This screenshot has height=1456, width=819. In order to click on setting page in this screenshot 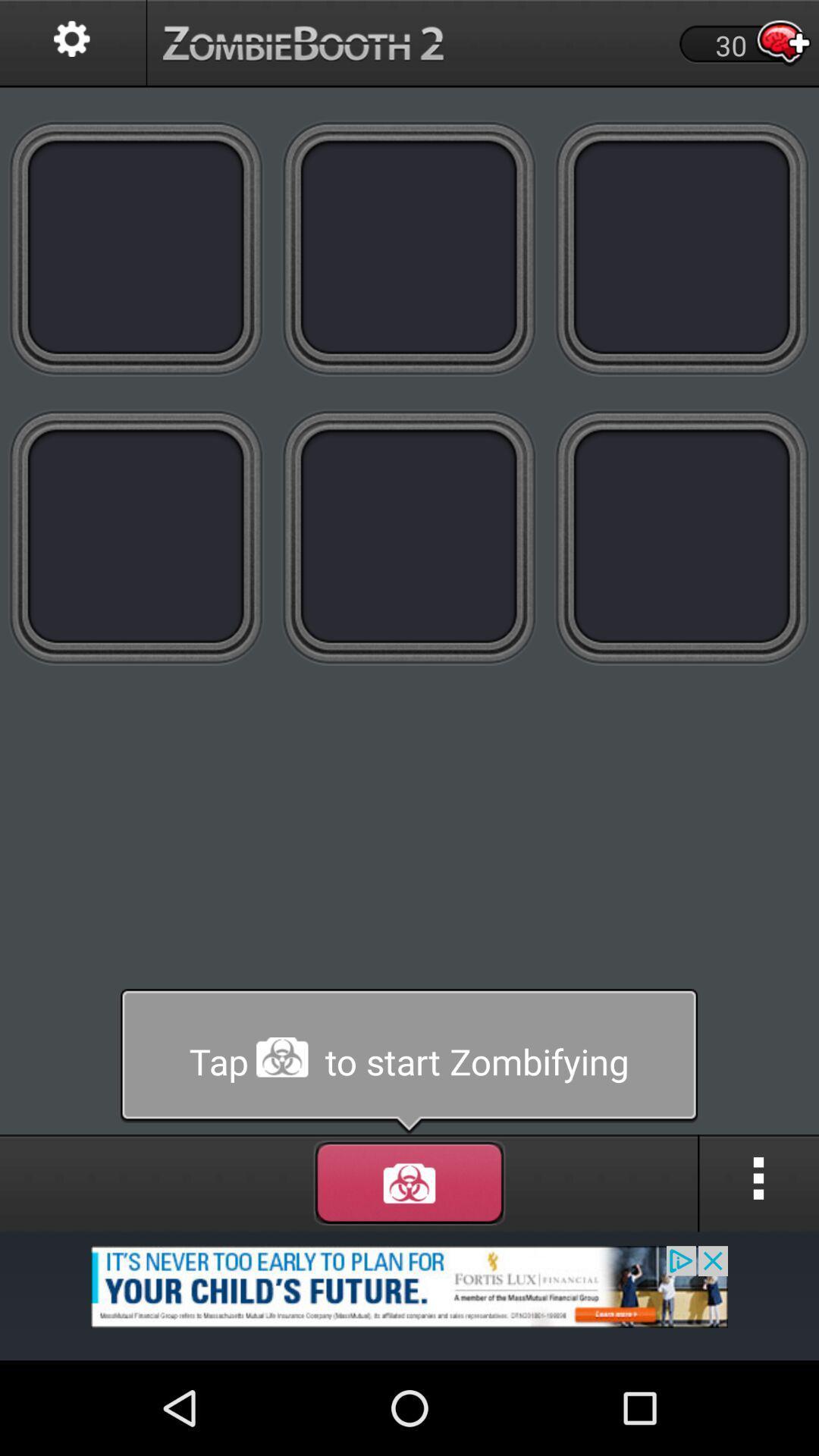, I will do `click(73, 43)`.